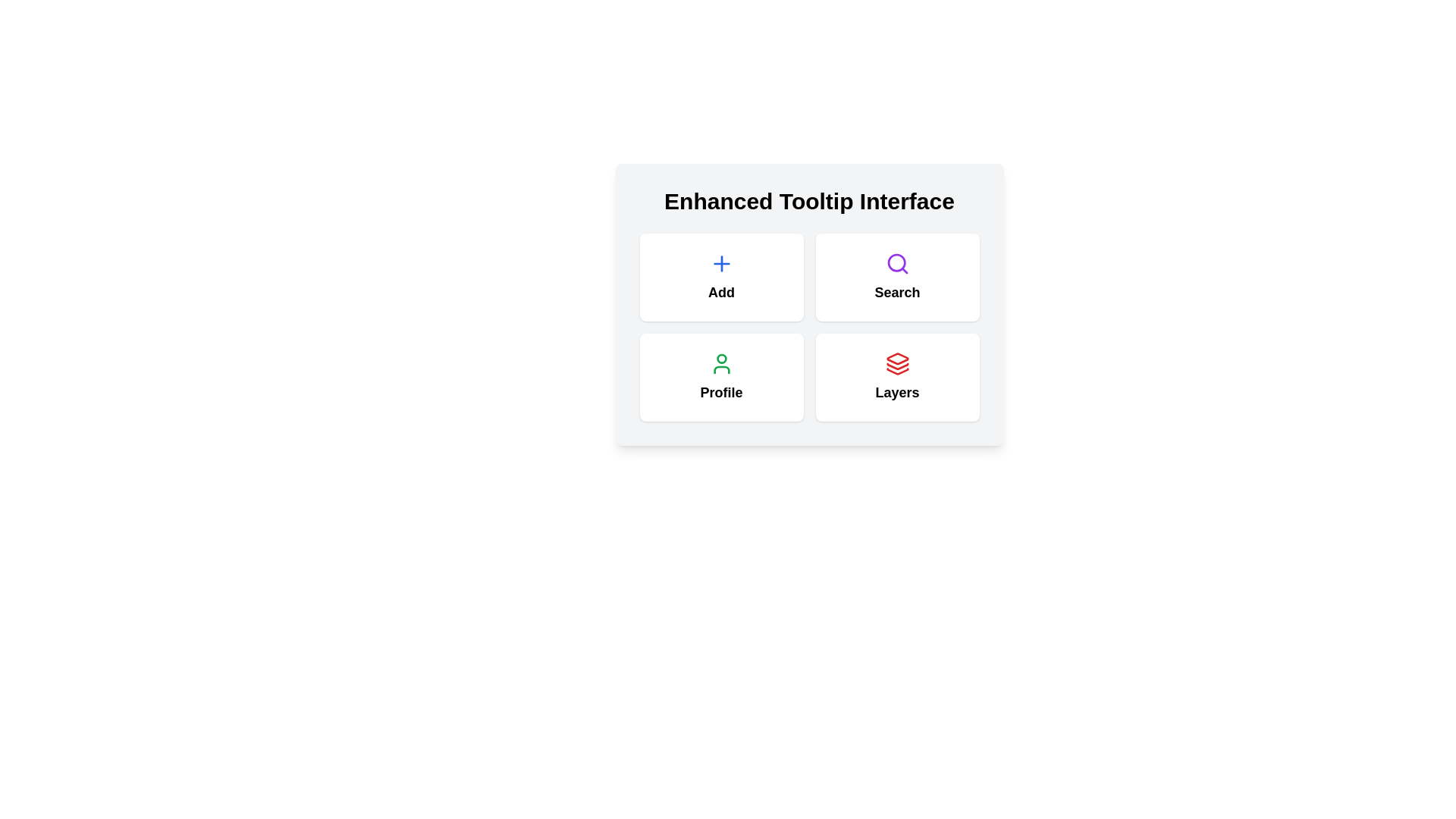  Describe the element at coordinates (720, 363) in the screenshot. I see `the user profile icon located in the lower-left corner of the feature layout grid, above the text 'Profile'` at that location.